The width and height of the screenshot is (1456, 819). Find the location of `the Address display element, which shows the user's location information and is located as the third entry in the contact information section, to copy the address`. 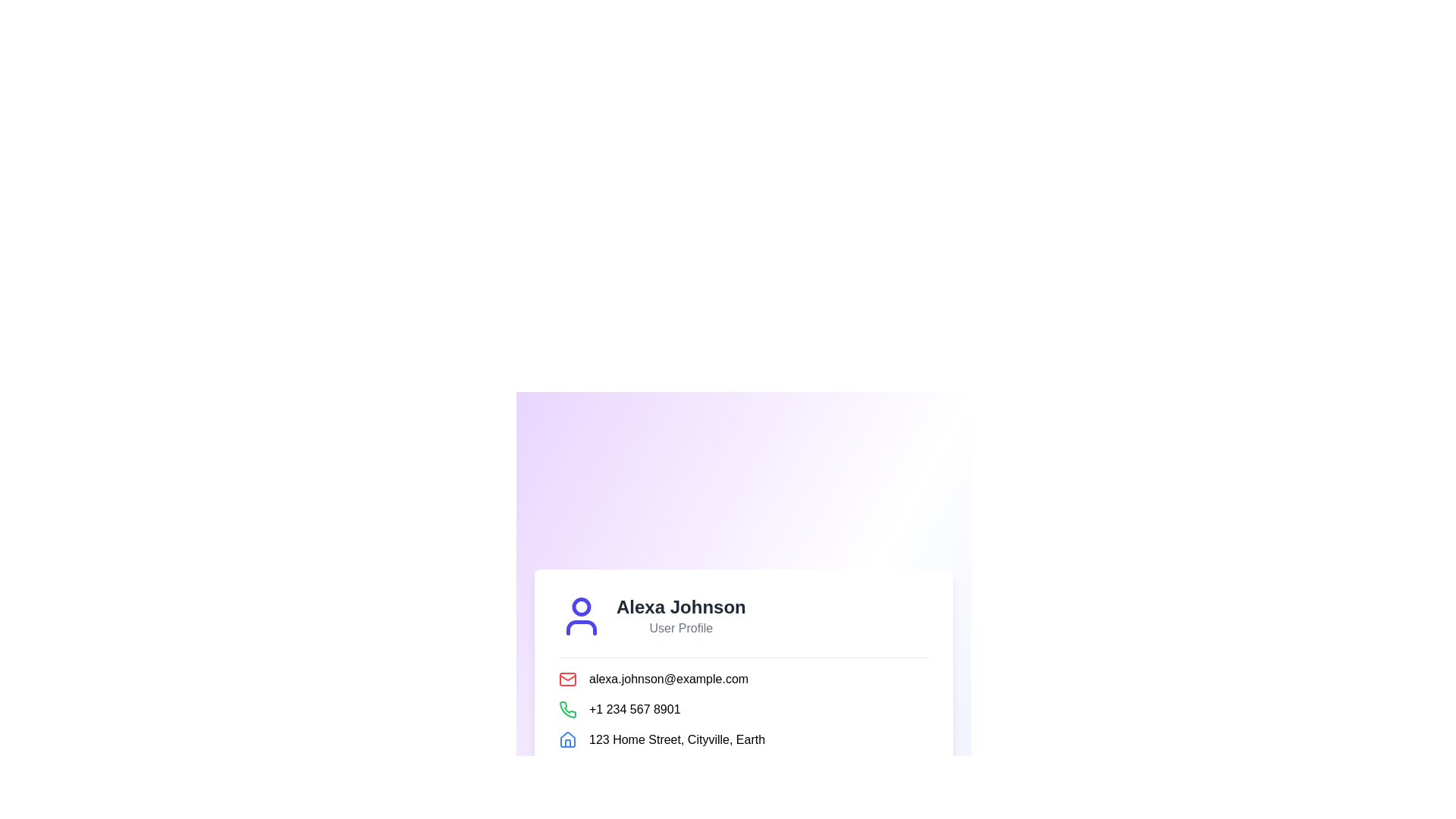

the Address display element, which shows the user's location information and is located as the third entry in the contact information section, to copy the address is located at coordinates (743, 739).